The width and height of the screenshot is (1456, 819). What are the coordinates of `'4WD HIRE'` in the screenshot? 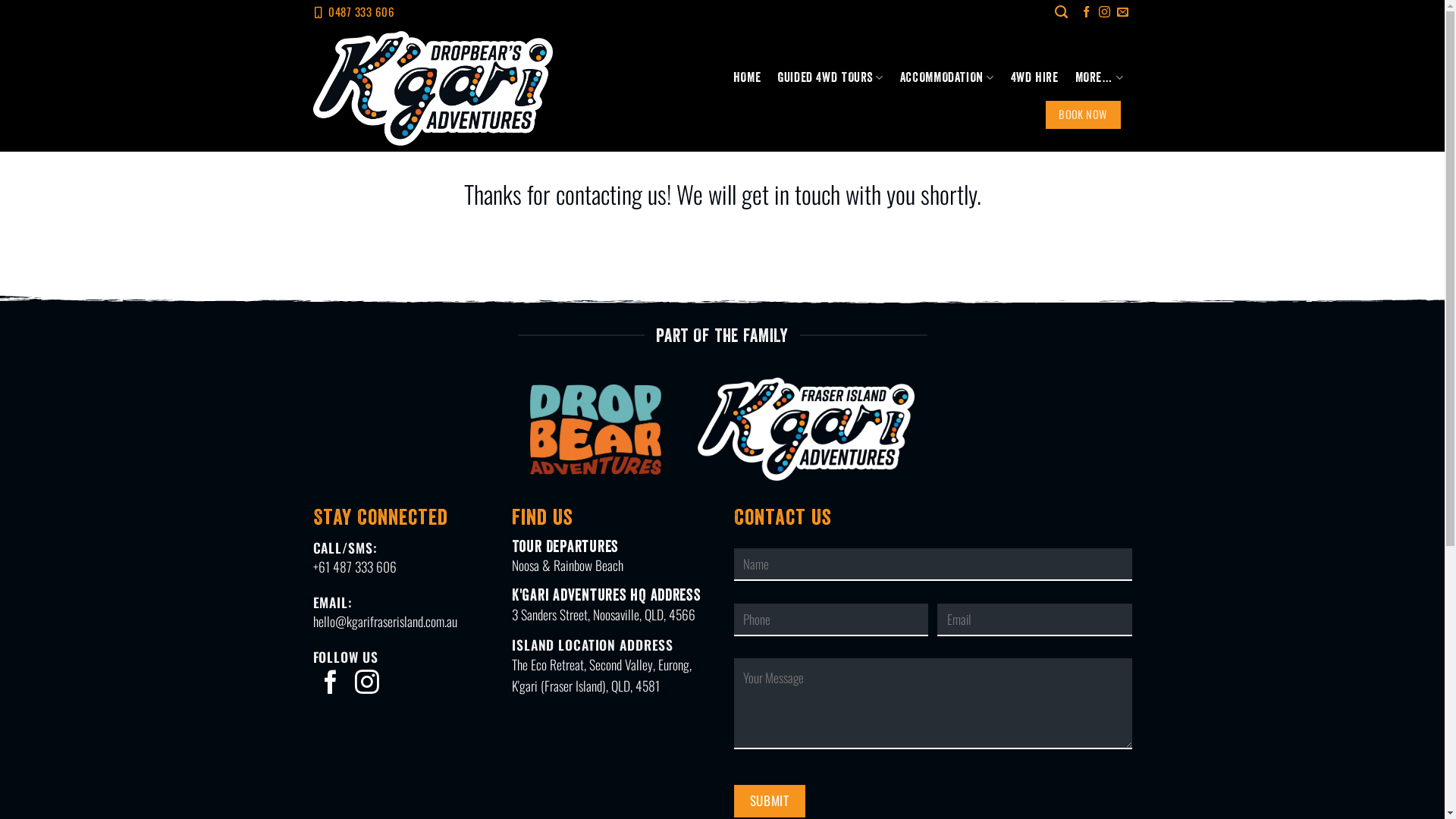 It's located at (1034, 77).